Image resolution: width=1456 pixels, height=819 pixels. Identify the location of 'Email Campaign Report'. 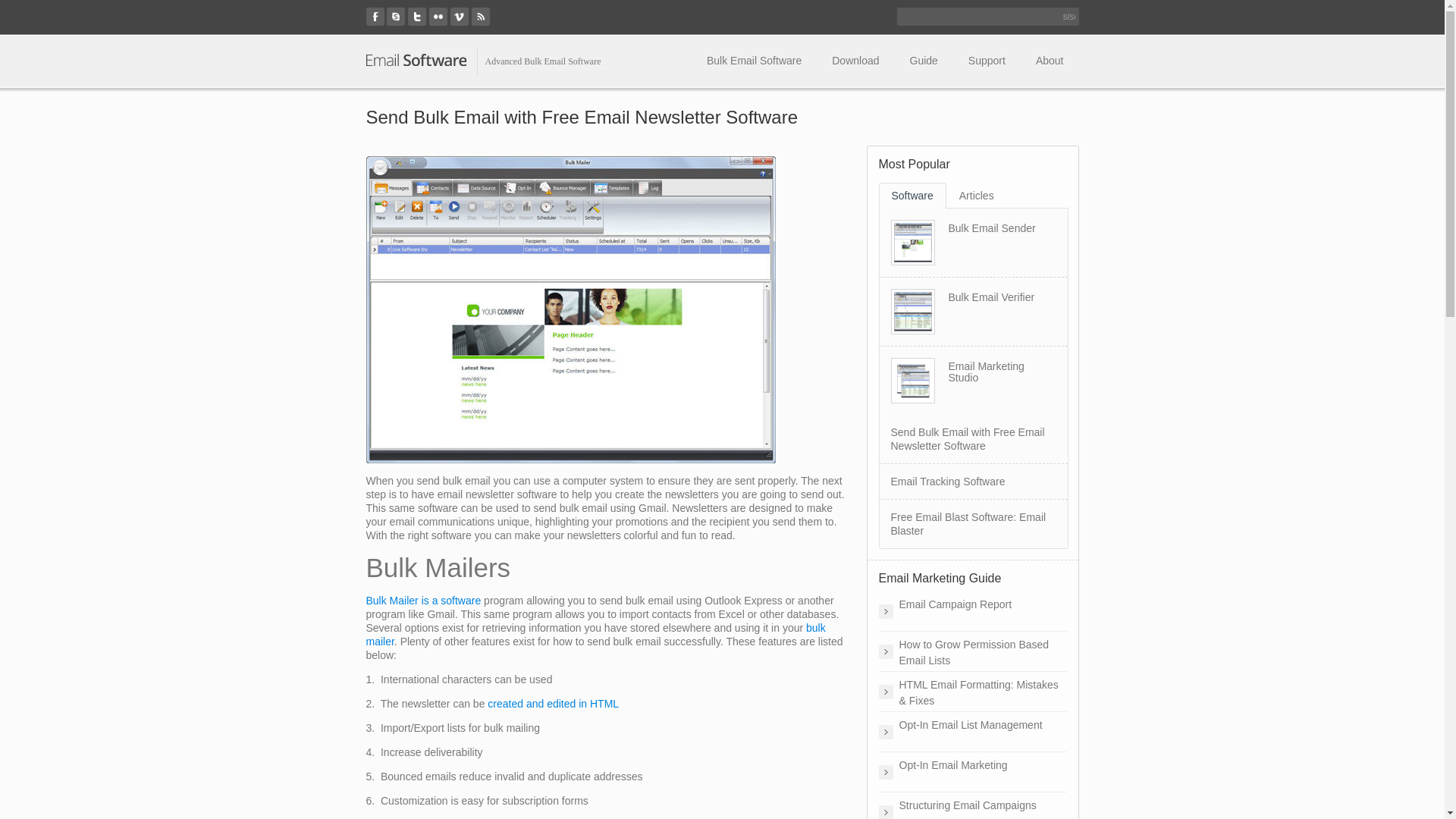
(877, 610).